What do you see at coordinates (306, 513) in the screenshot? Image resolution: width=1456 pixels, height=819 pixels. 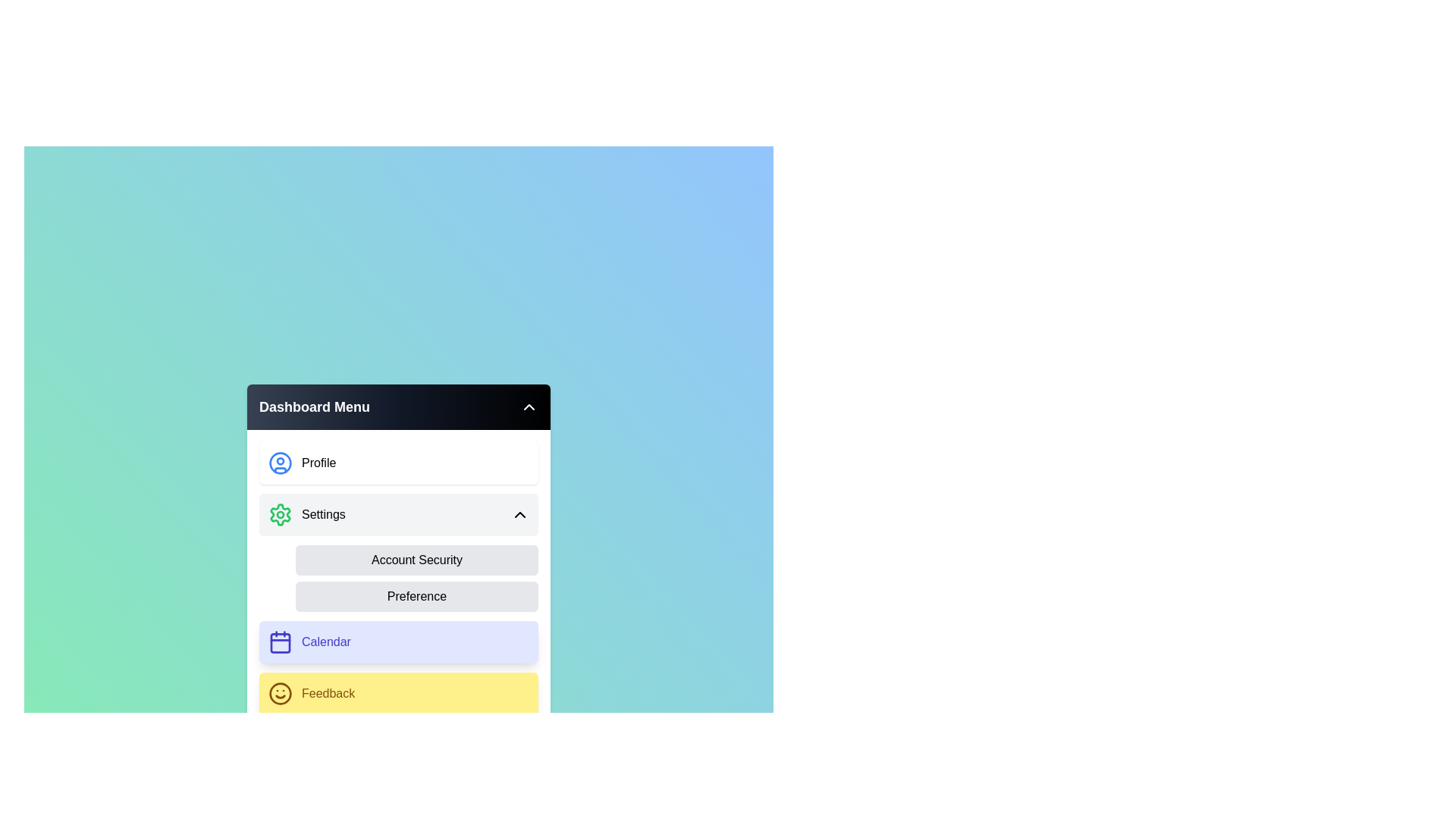 I see `the 'Settings' menu item, which is the second item` at bounding box center [306, 513].